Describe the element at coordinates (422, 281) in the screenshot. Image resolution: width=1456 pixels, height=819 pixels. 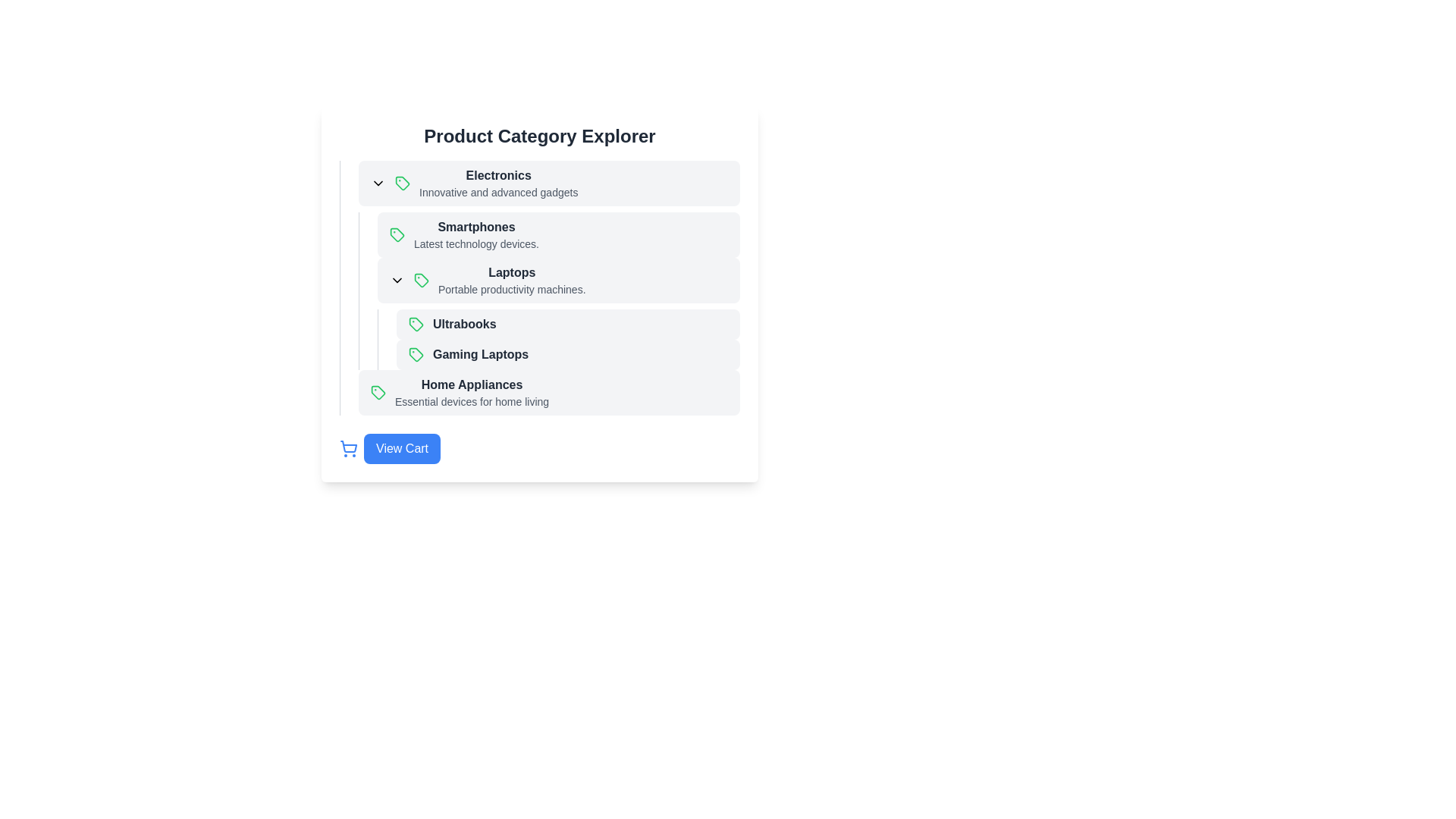
I see `the first icon on the left side of the entry labeled 'Laptops' within the list of categories` at that location.